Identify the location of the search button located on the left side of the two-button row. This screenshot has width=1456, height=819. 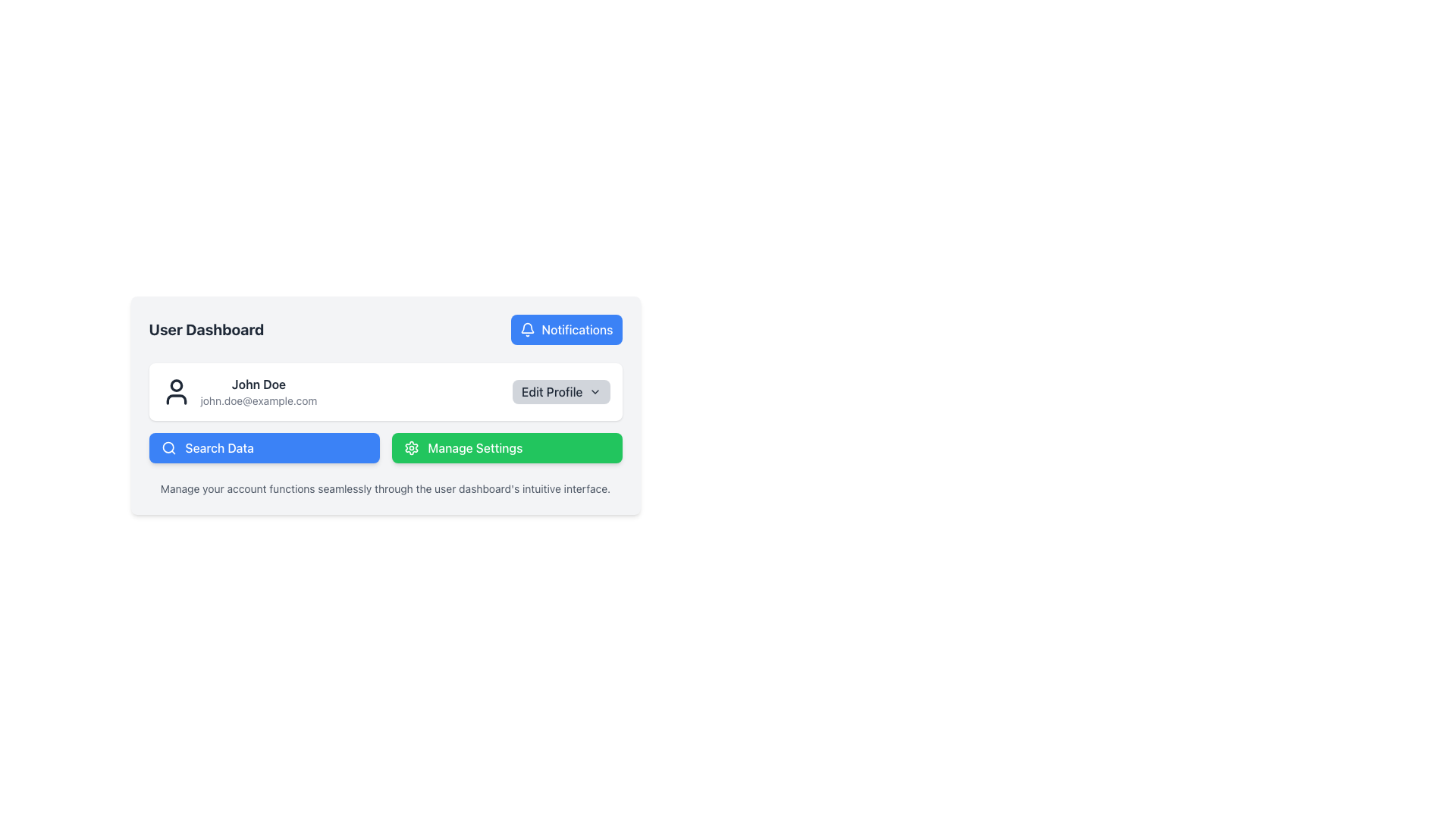
(264, 447).